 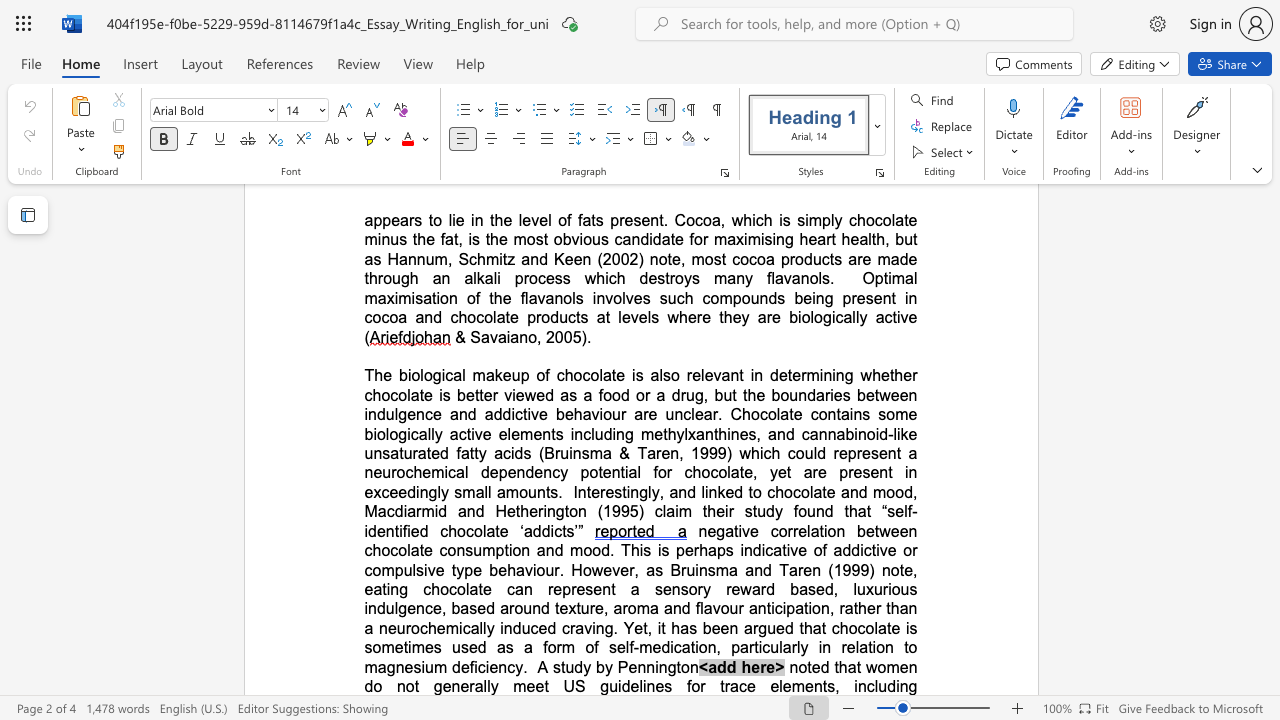 I want to click on the subset text "d that wo" within the text "noted that women do not", so click(x=820, y=667).